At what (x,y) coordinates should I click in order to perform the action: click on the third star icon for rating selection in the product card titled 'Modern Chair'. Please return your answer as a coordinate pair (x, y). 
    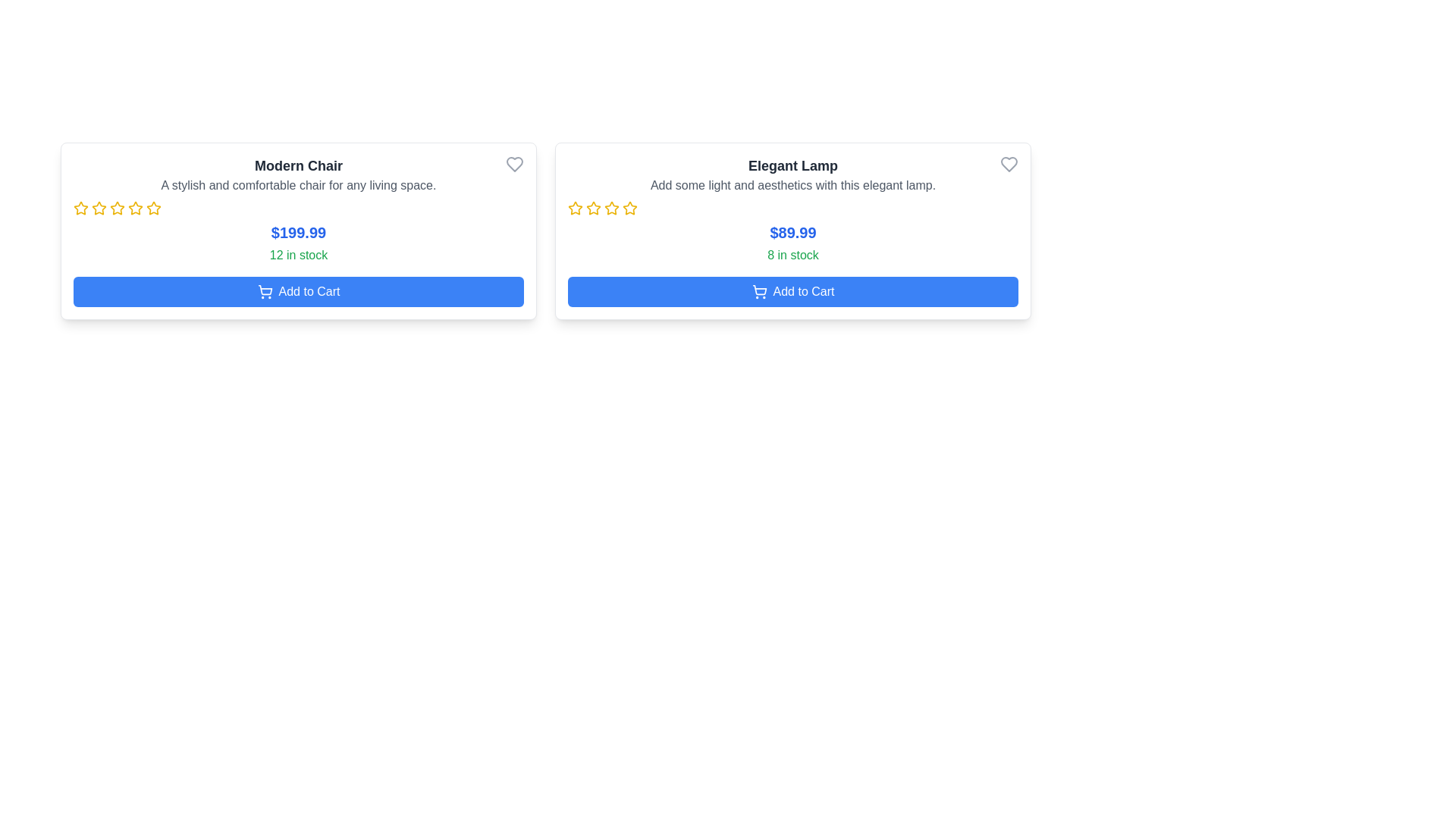
    Looking at the image, I should click on (135, 208).